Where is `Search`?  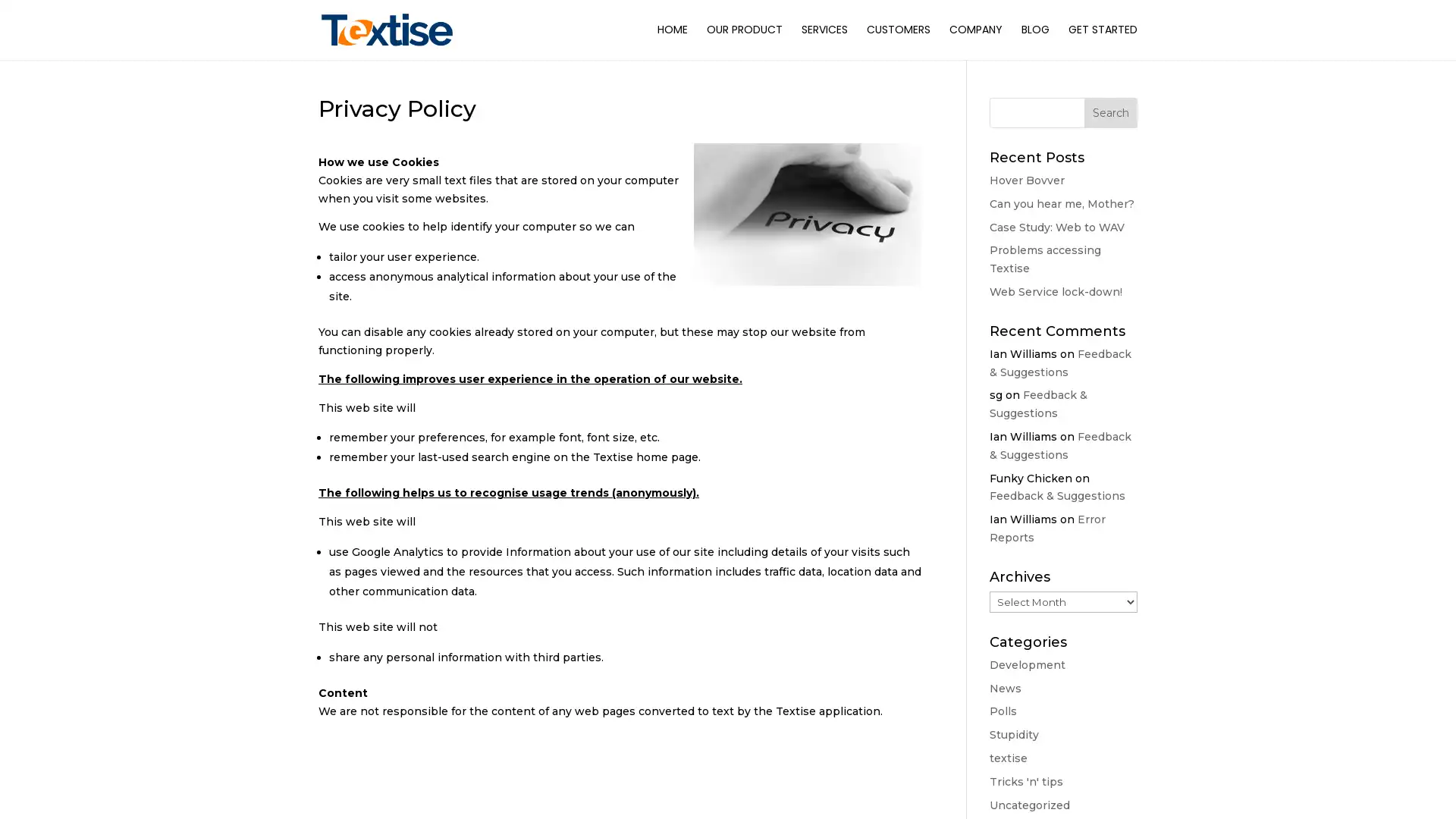 Search is located at coordinates (1110, 112).